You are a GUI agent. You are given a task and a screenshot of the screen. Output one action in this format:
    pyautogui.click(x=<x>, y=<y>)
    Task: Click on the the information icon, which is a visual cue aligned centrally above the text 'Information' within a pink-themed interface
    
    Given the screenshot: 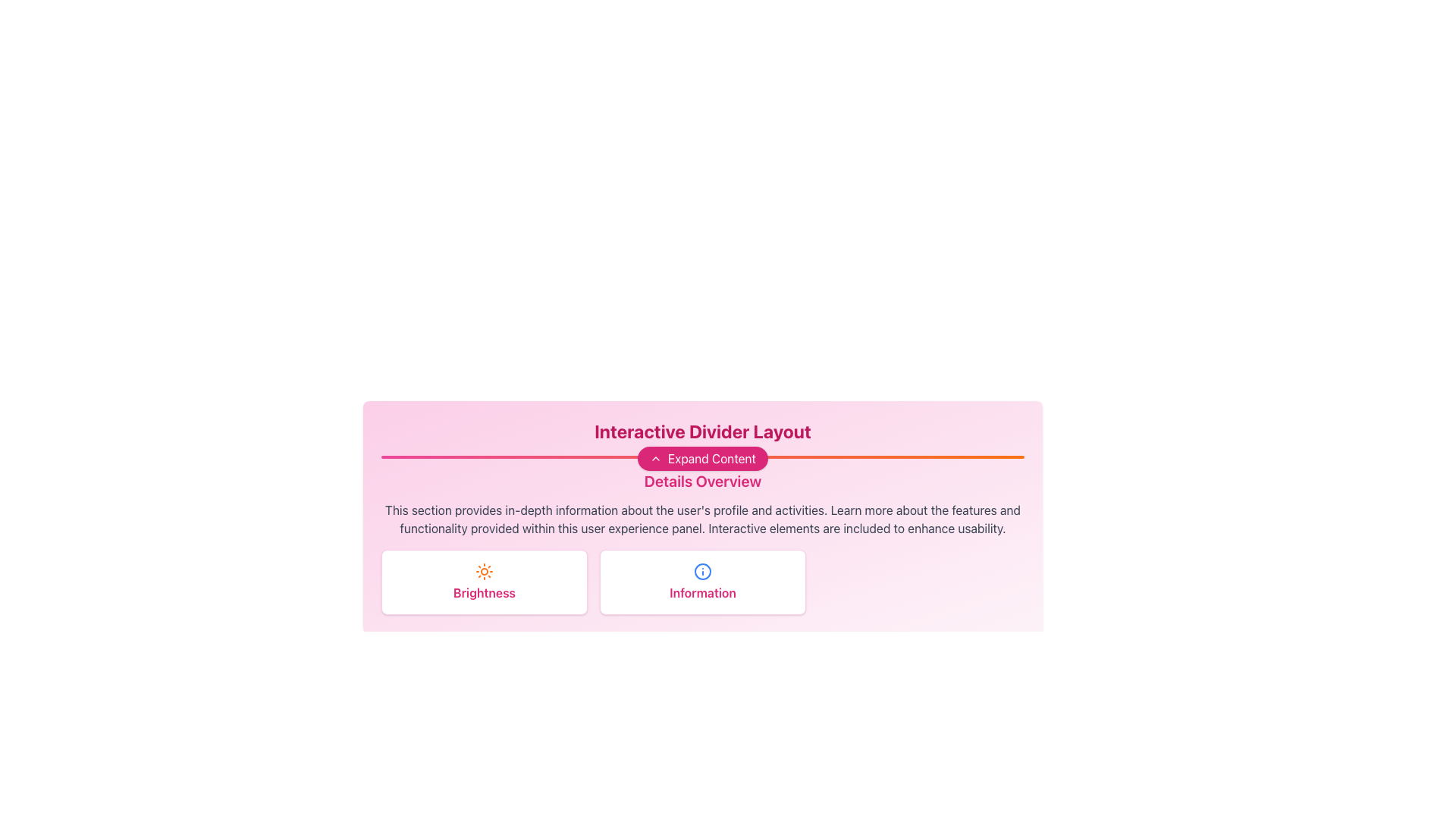 What is the action you would take?
    pyautogui.click(x=701, y=571)
    